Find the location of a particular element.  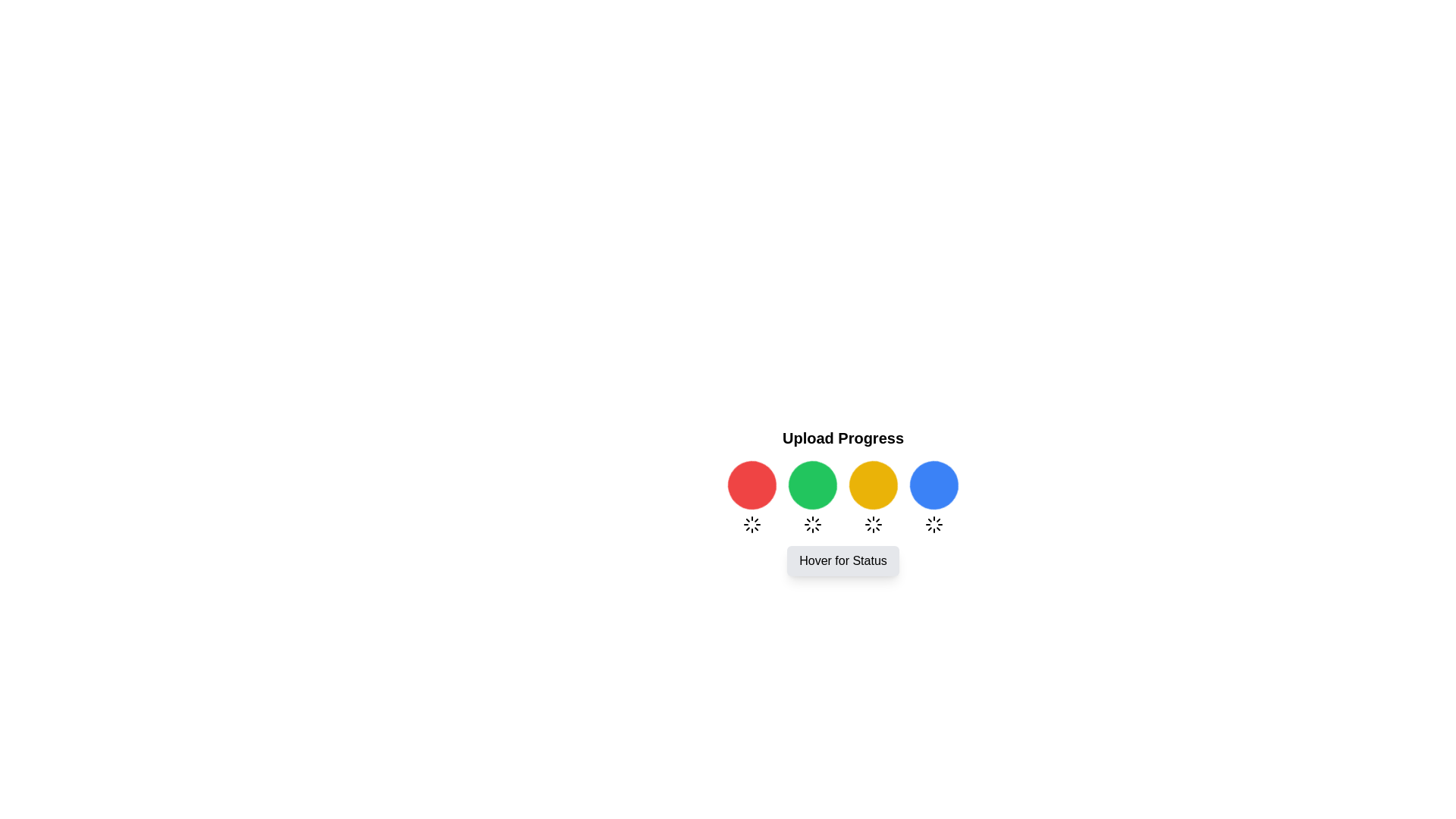

the non-interactive text label that identifies the content or function of the surrounding UI elements, positioned centrally above the upload progress indicators is located at coordinates (843, 438).